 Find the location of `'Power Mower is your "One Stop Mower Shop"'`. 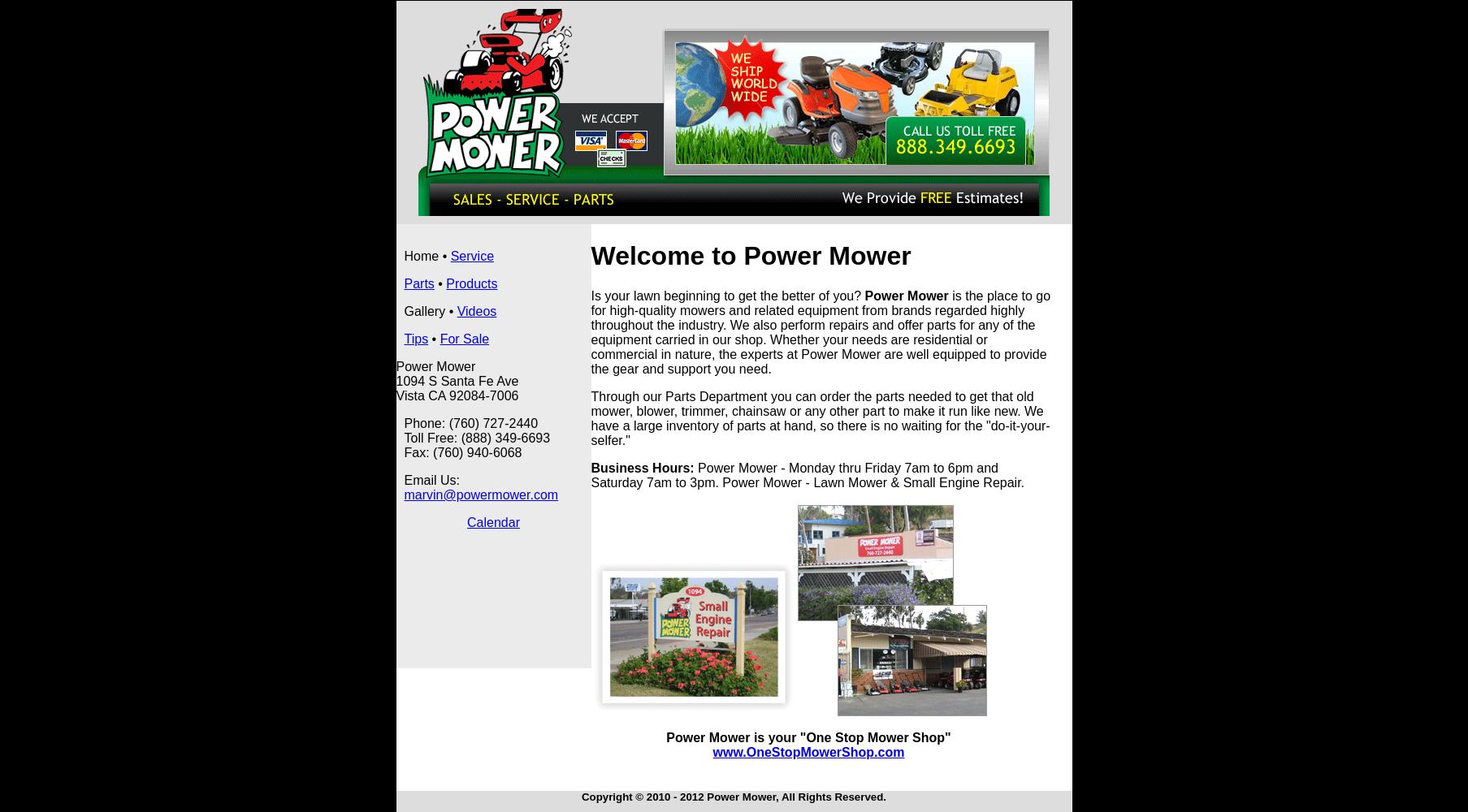

'Power Mower is your "One Stop Mower Shop"' is located at coordinates (808, 736).